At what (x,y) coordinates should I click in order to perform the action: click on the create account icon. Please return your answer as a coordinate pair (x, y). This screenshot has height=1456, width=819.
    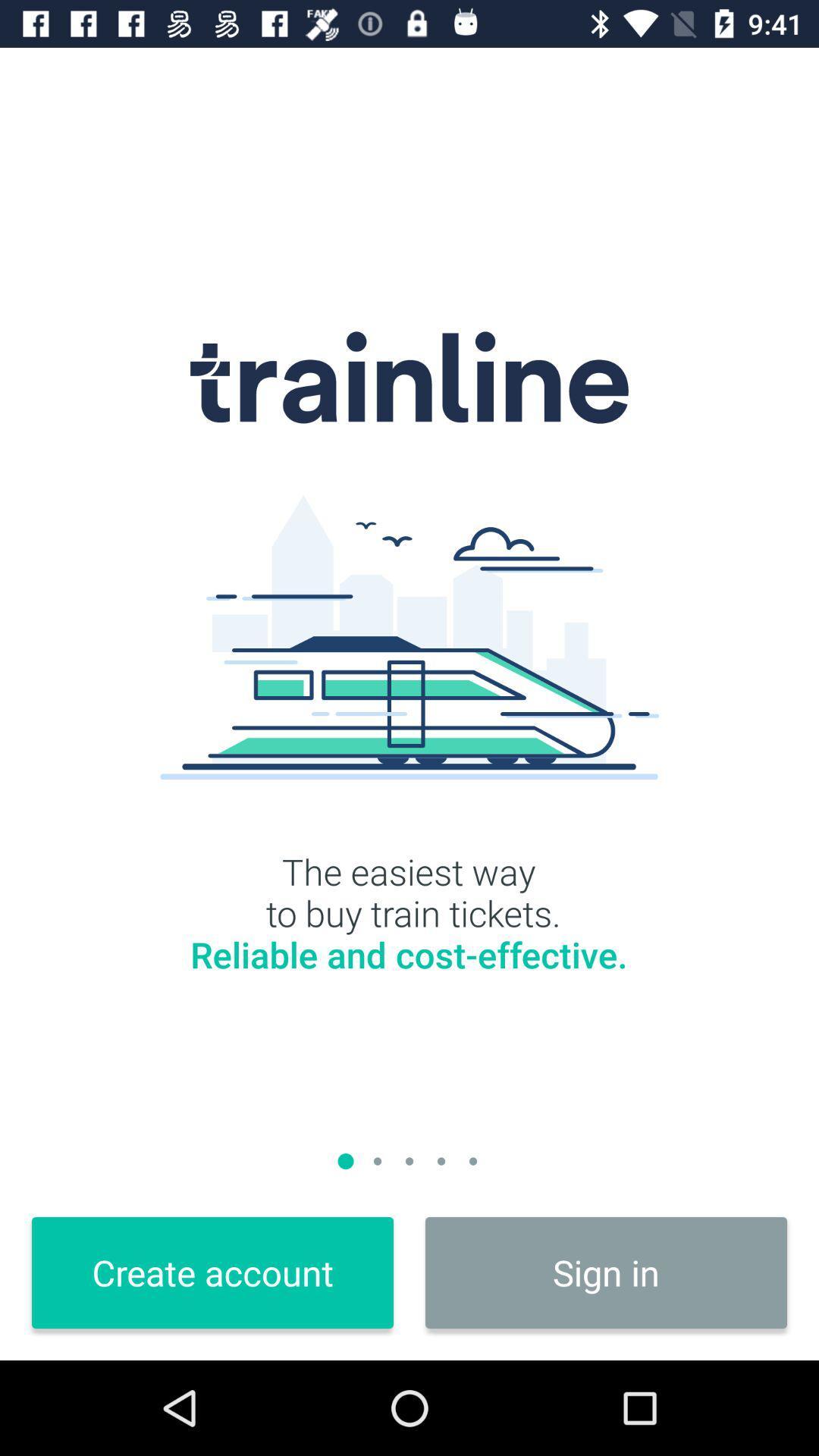
    Looking at the image, I should click on (212, 1272).